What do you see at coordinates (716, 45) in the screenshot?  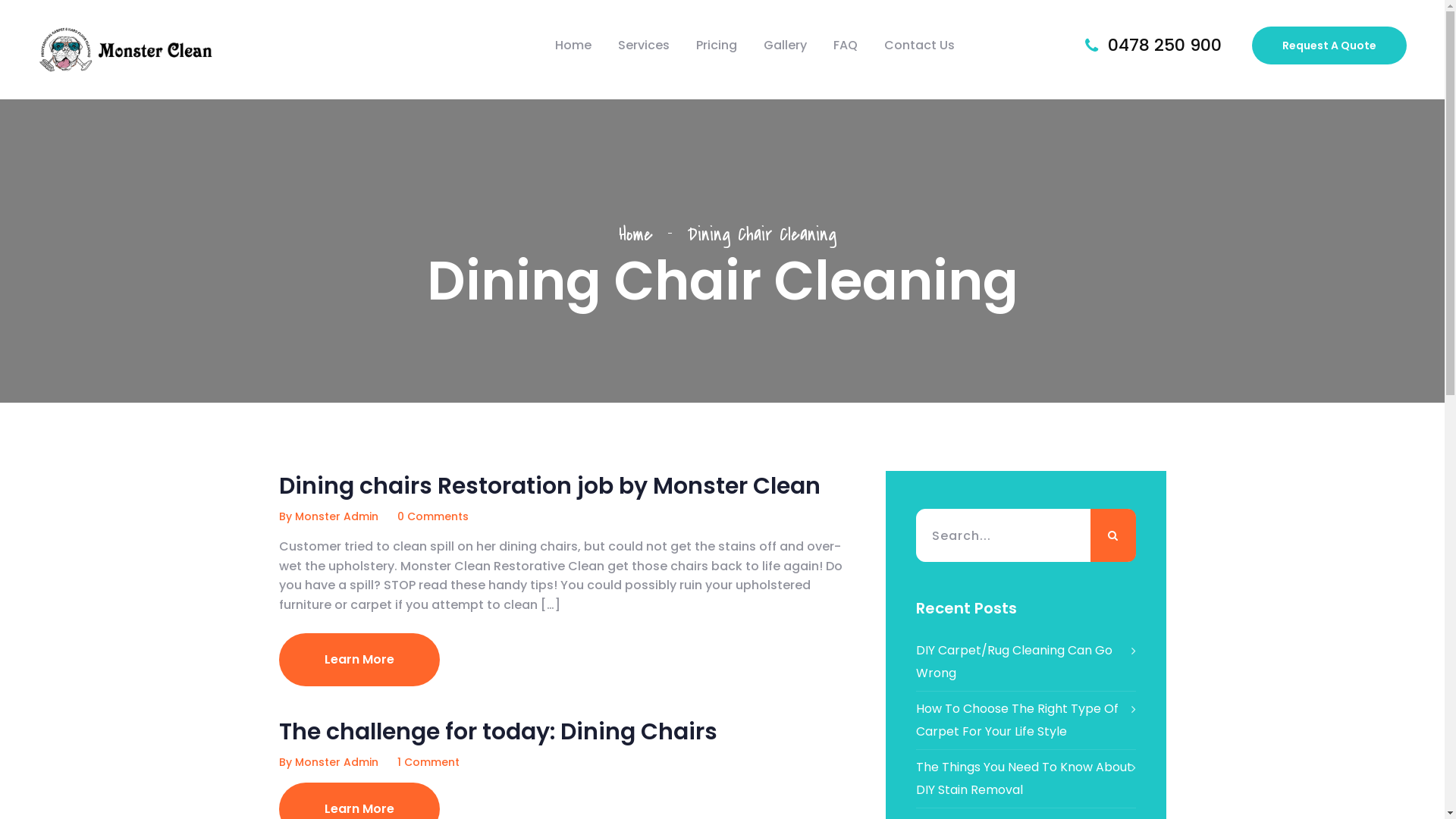 I see `'Pricing'` at bounding box center [716, 45].